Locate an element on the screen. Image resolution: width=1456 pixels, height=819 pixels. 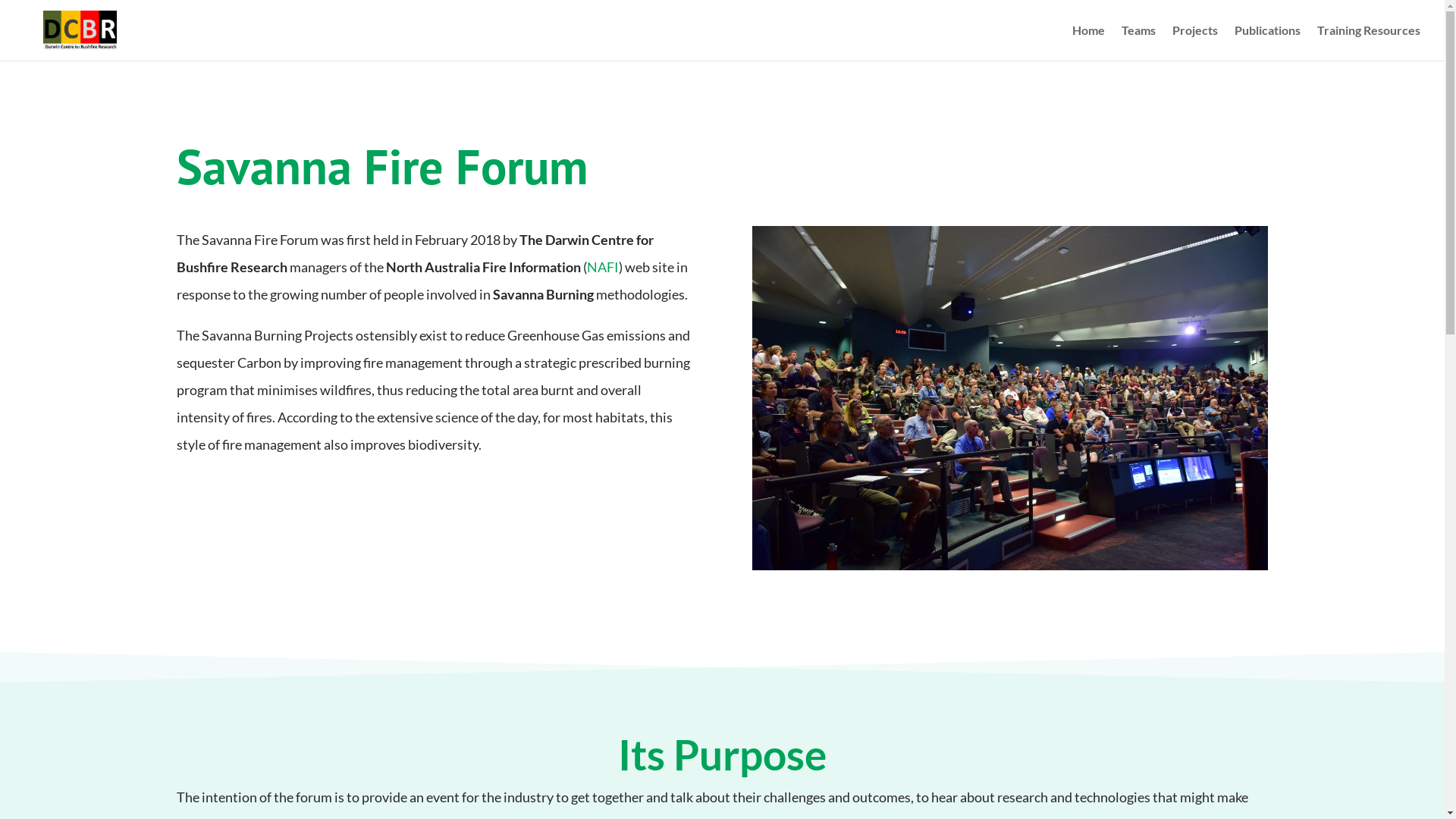
'Publications' is located at coordinates (1267, 42).